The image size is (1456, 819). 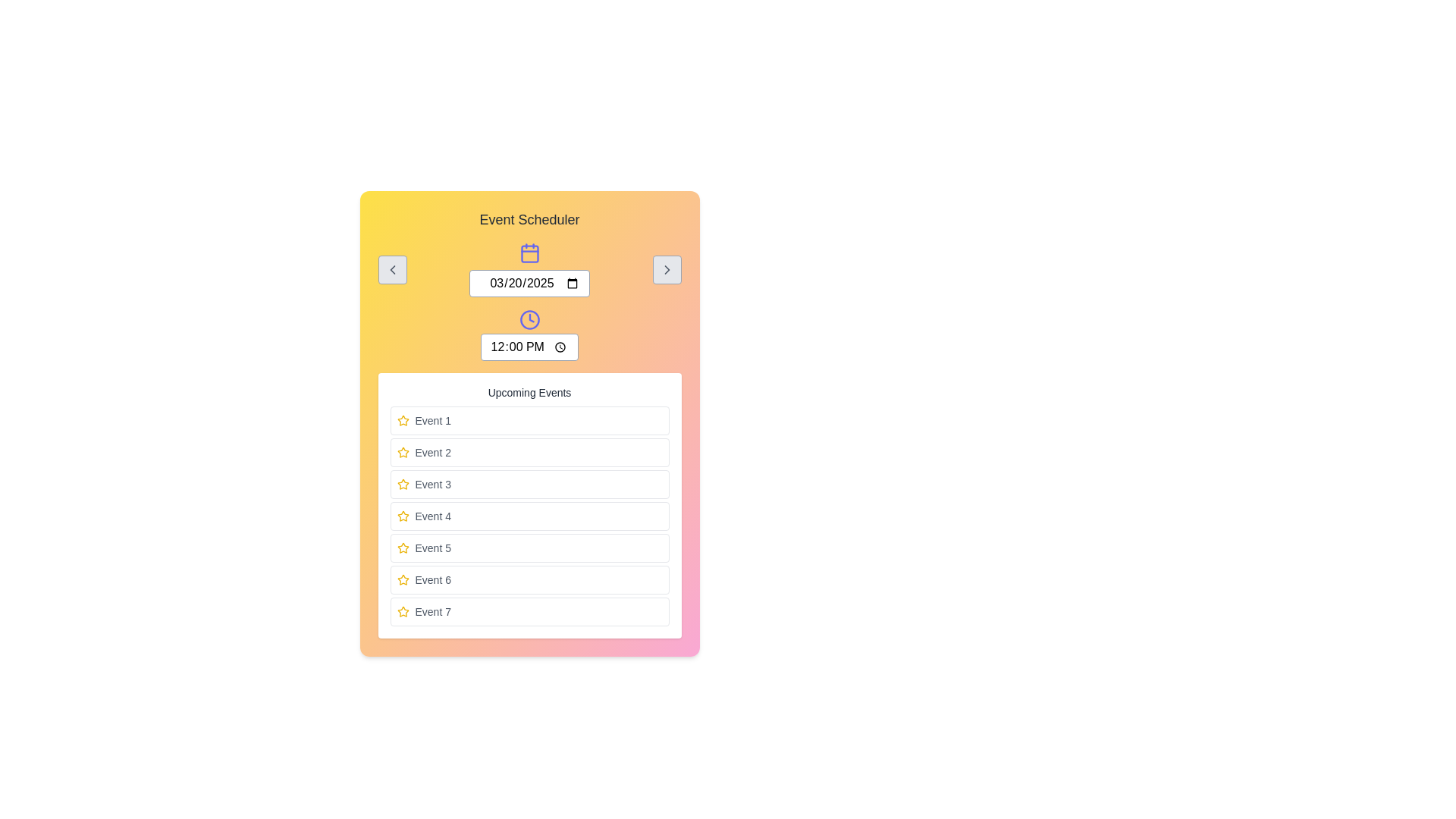 I want to click on the yellow star icon located to the far left of the seventh item in the 'Upcoming Events' list, so click(x=403, y=610).